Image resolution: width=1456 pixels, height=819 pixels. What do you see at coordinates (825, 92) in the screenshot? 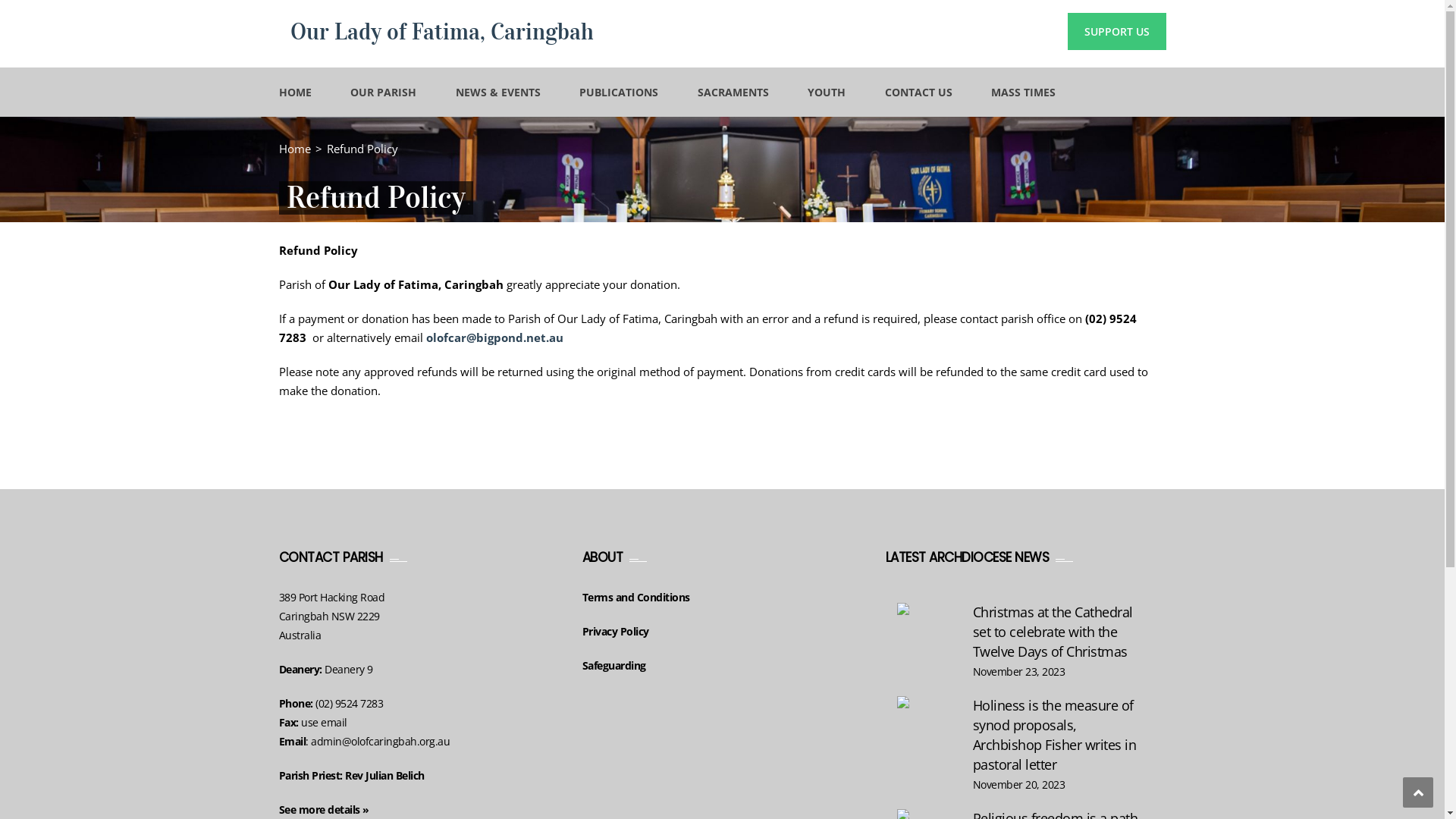
I see `'YOUTH'` at bounding box center [825, 92].